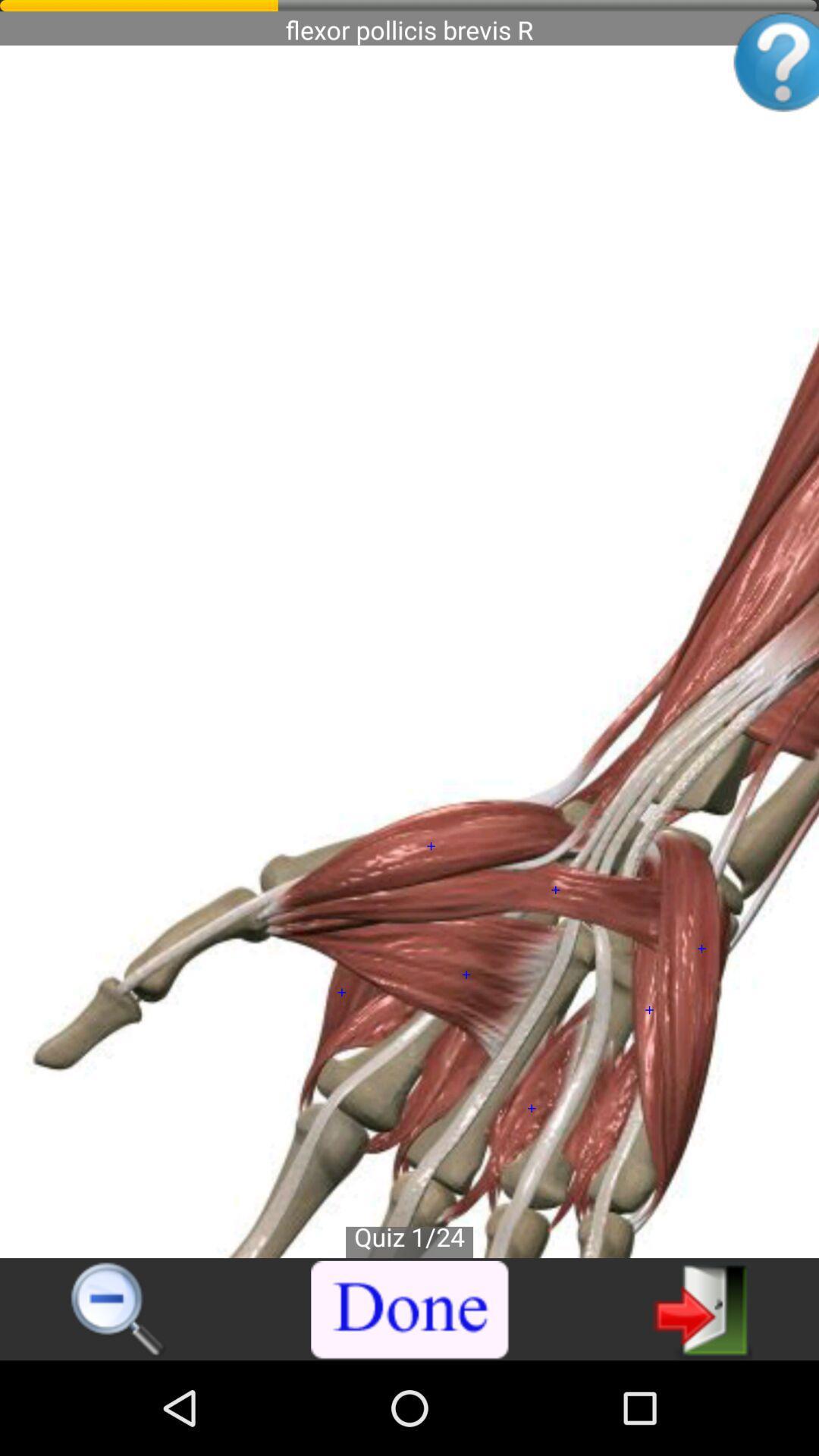  What do you see at coordinates (410, 1310) in the screenshot?
I see `click done` at bounding box center [410, 1310].